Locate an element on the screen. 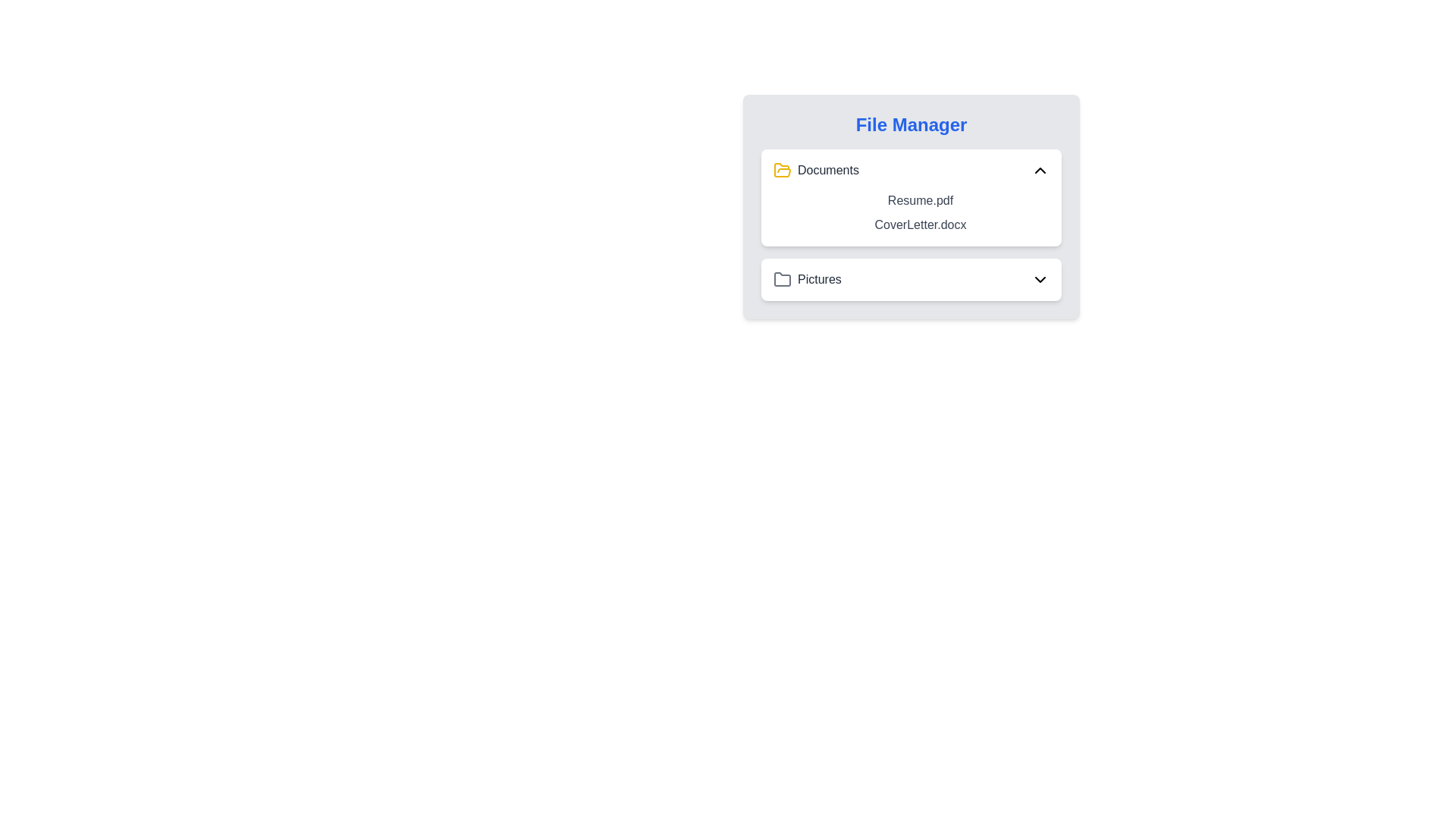 This screenshot has height=819, width=1456. the Chevron Down icon located on the far right side of the 'Pictures' row in the File Manager is located at coordinates (1040, 280).